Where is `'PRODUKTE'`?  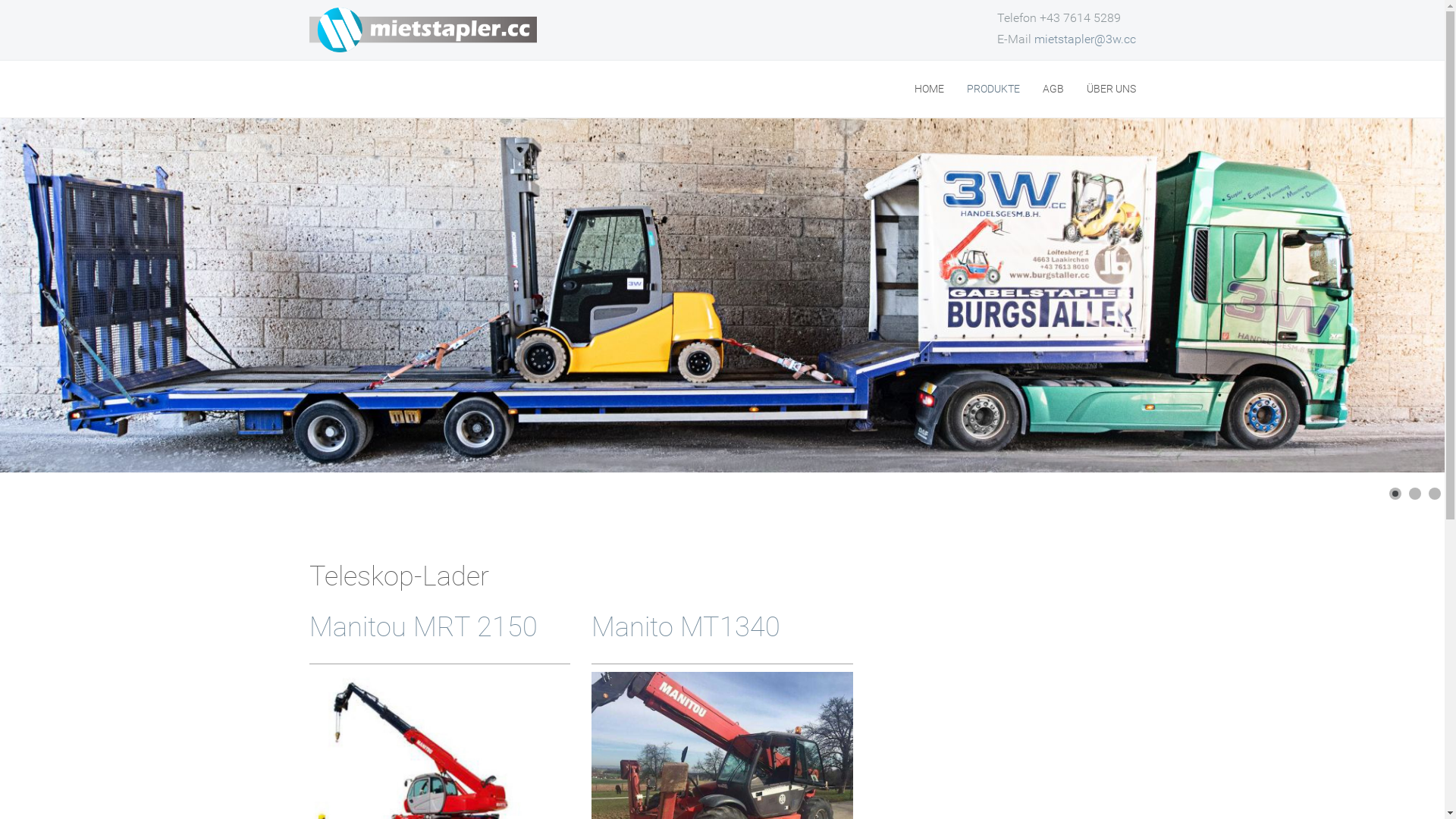 'PRODUKTE' is located at coordinates (993, 89).